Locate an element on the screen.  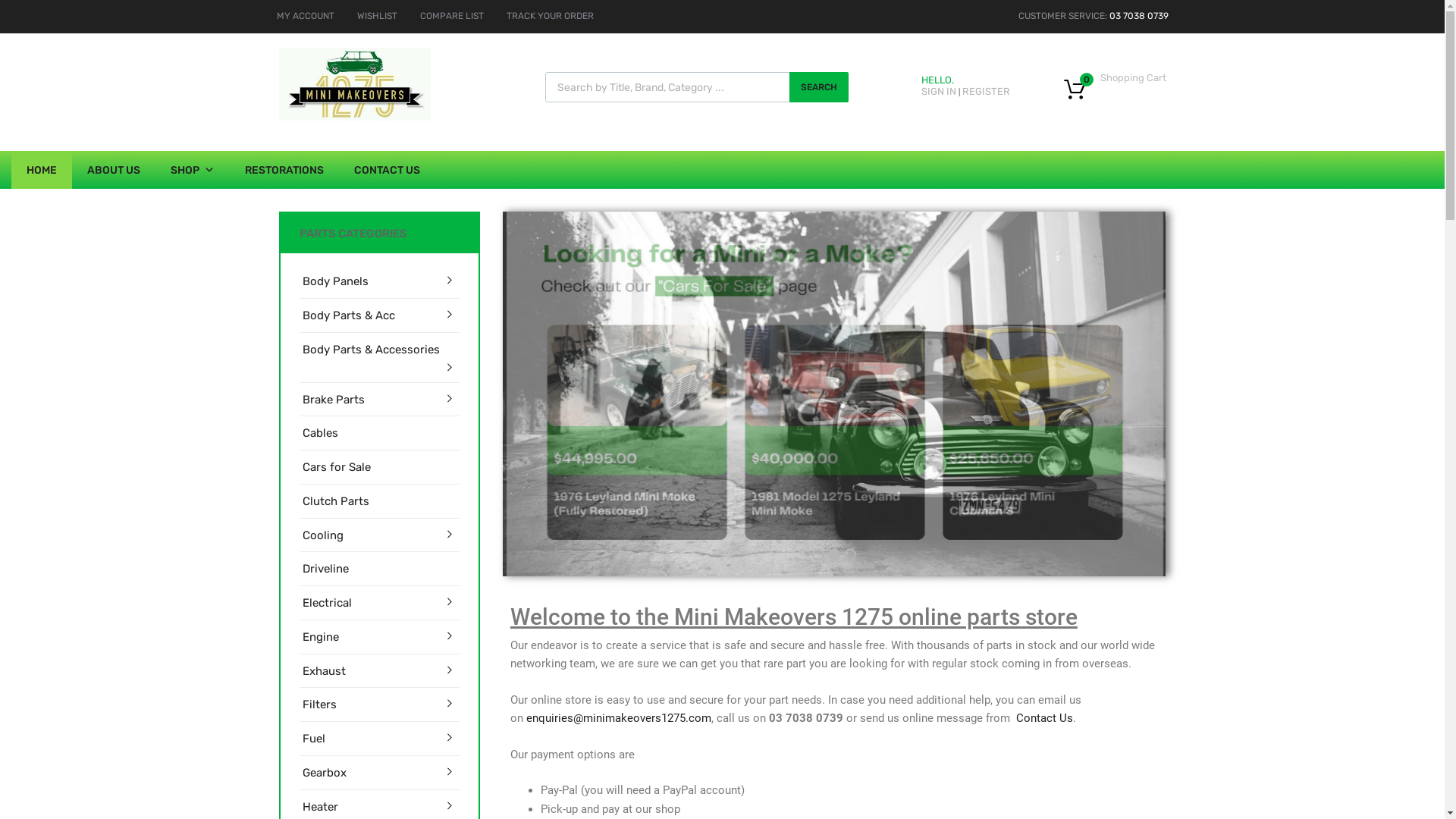
'Body Parts & Acc' is located at coordinates (347, 315).